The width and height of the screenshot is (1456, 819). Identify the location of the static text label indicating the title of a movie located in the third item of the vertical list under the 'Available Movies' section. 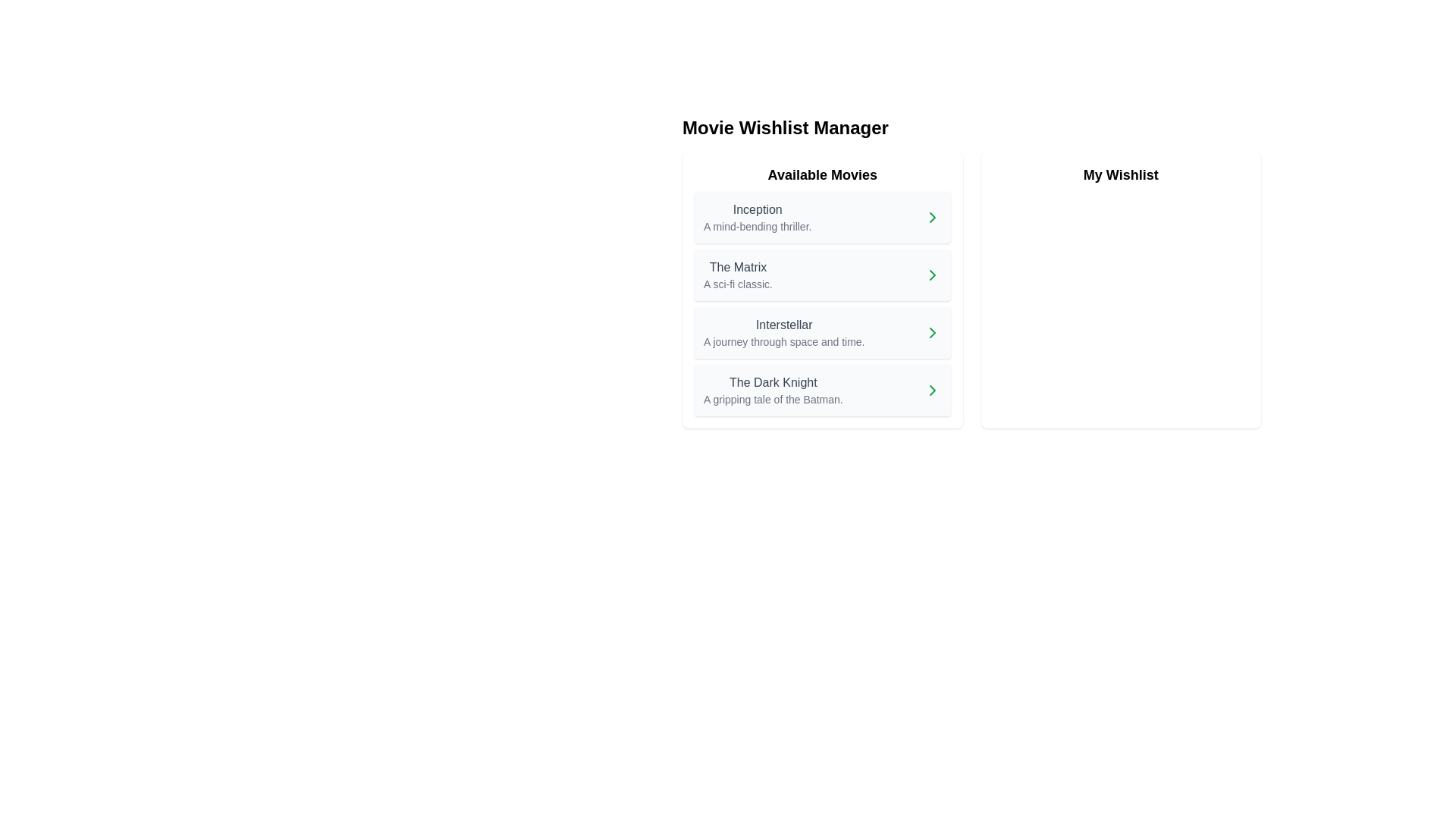
(784, 324).